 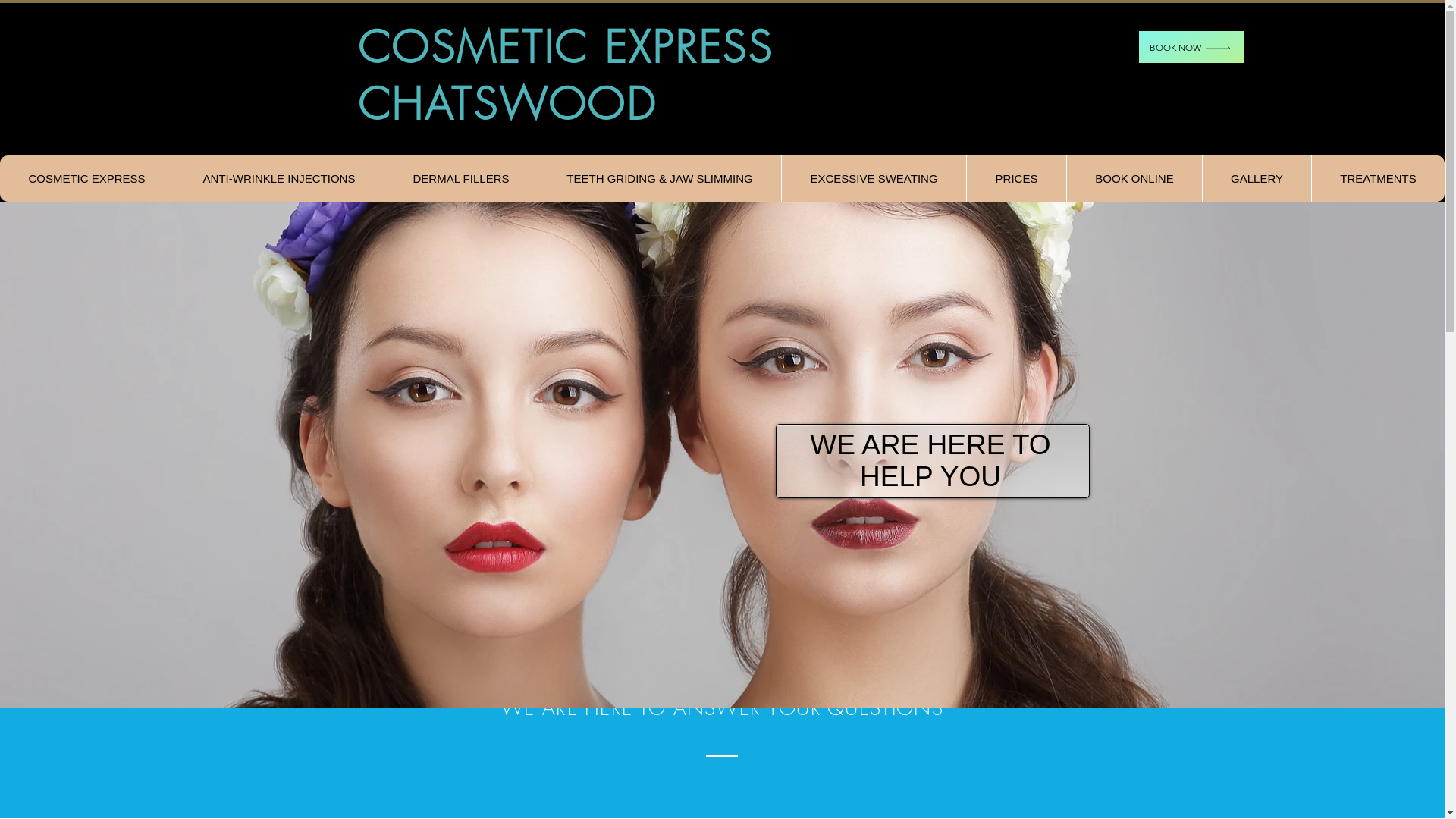 I want to click on 'GALLERY', so click(x=1256, y=177).